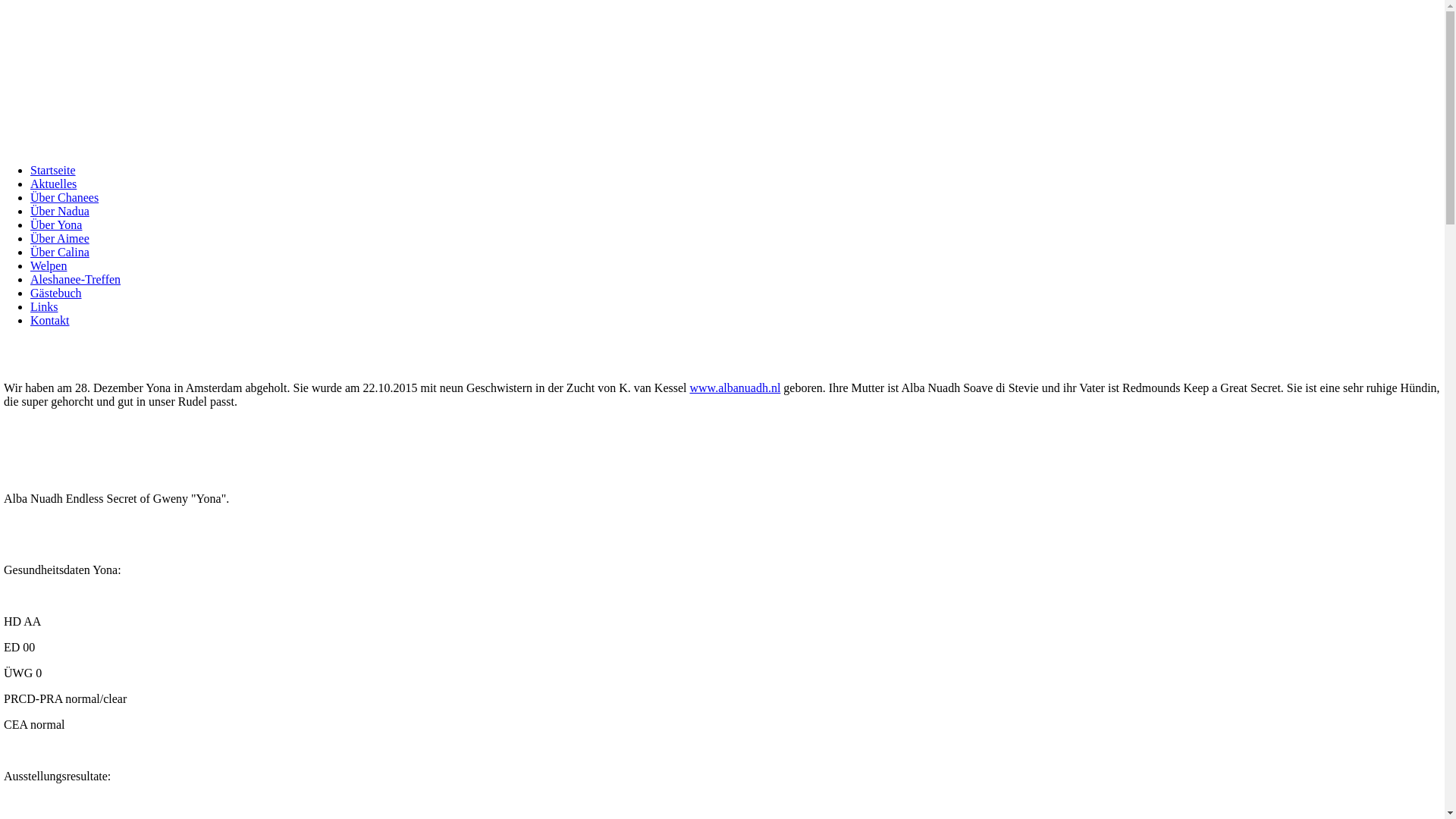 The image size is (1456, 819). Describe the element at coordinates (50, 319) in the screenshot. I see `'Kontakt'` at that location.